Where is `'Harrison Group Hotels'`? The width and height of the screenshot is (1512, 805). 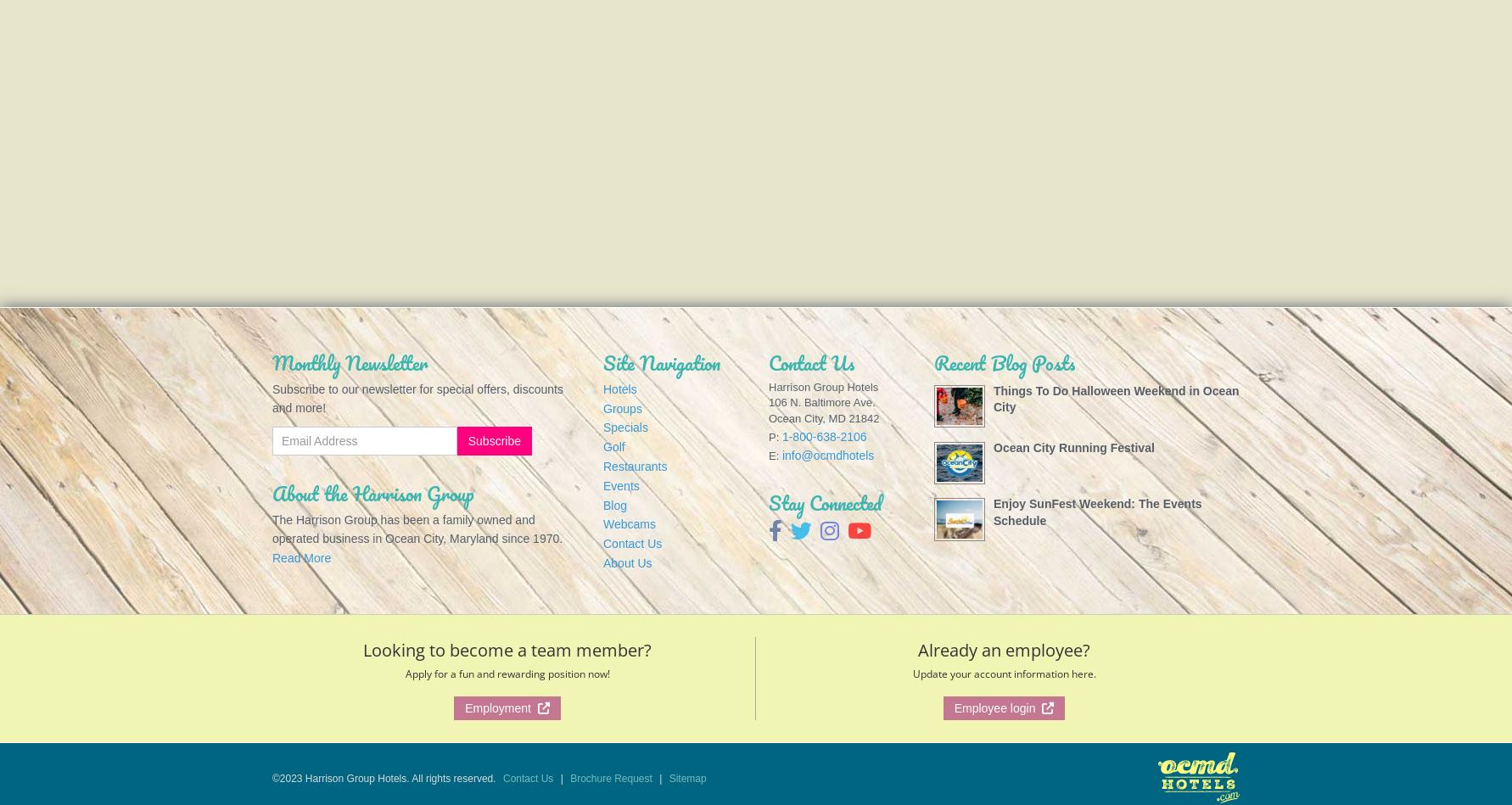
'Harrison Group Hotels' is located at coordinates (823, 386).